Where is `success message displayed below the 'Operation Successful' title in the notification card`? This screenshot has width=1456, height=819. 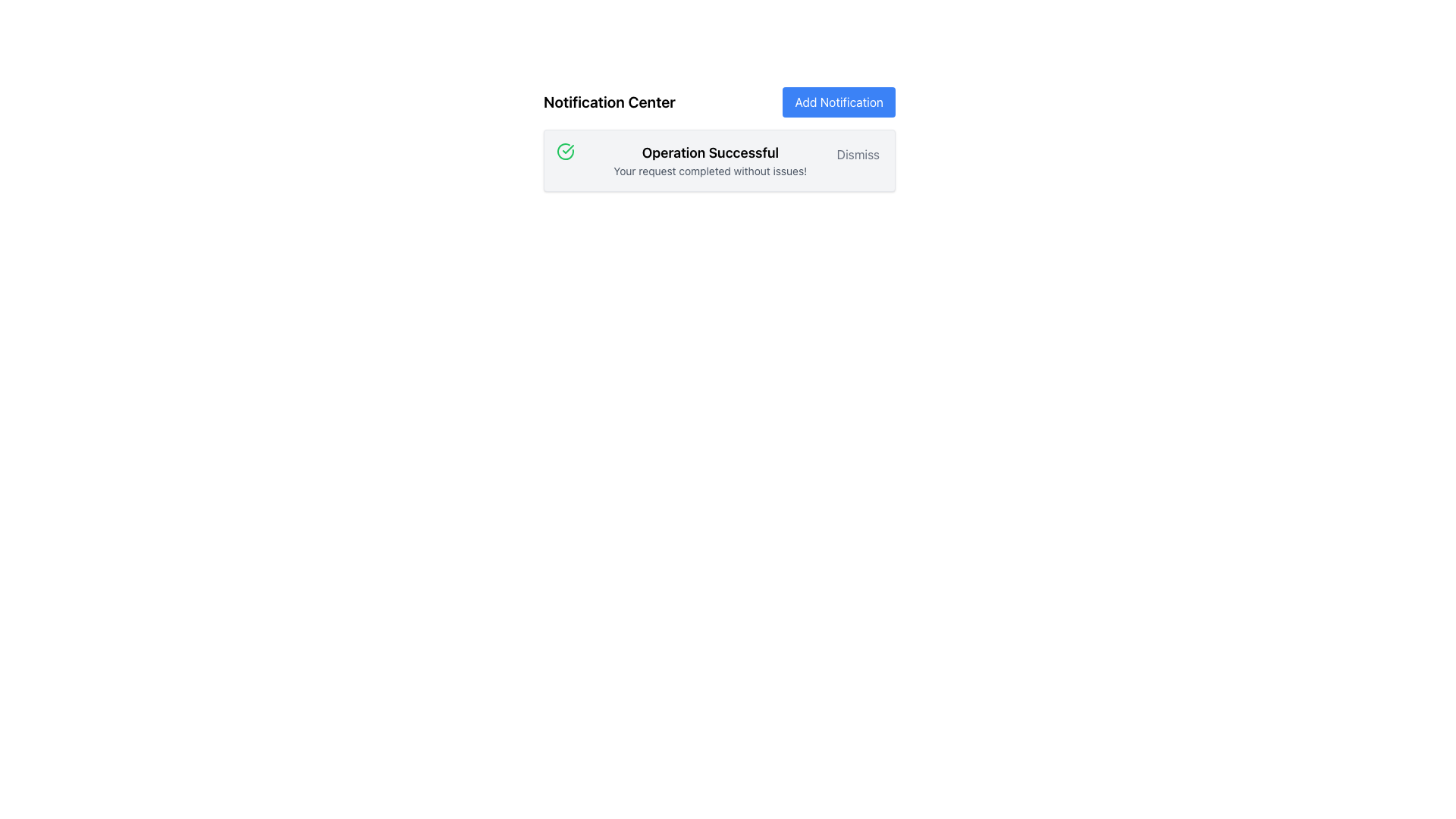
success message displayed below the 'Operation Successful' title in the notification card is located at coordinates (709, 171).